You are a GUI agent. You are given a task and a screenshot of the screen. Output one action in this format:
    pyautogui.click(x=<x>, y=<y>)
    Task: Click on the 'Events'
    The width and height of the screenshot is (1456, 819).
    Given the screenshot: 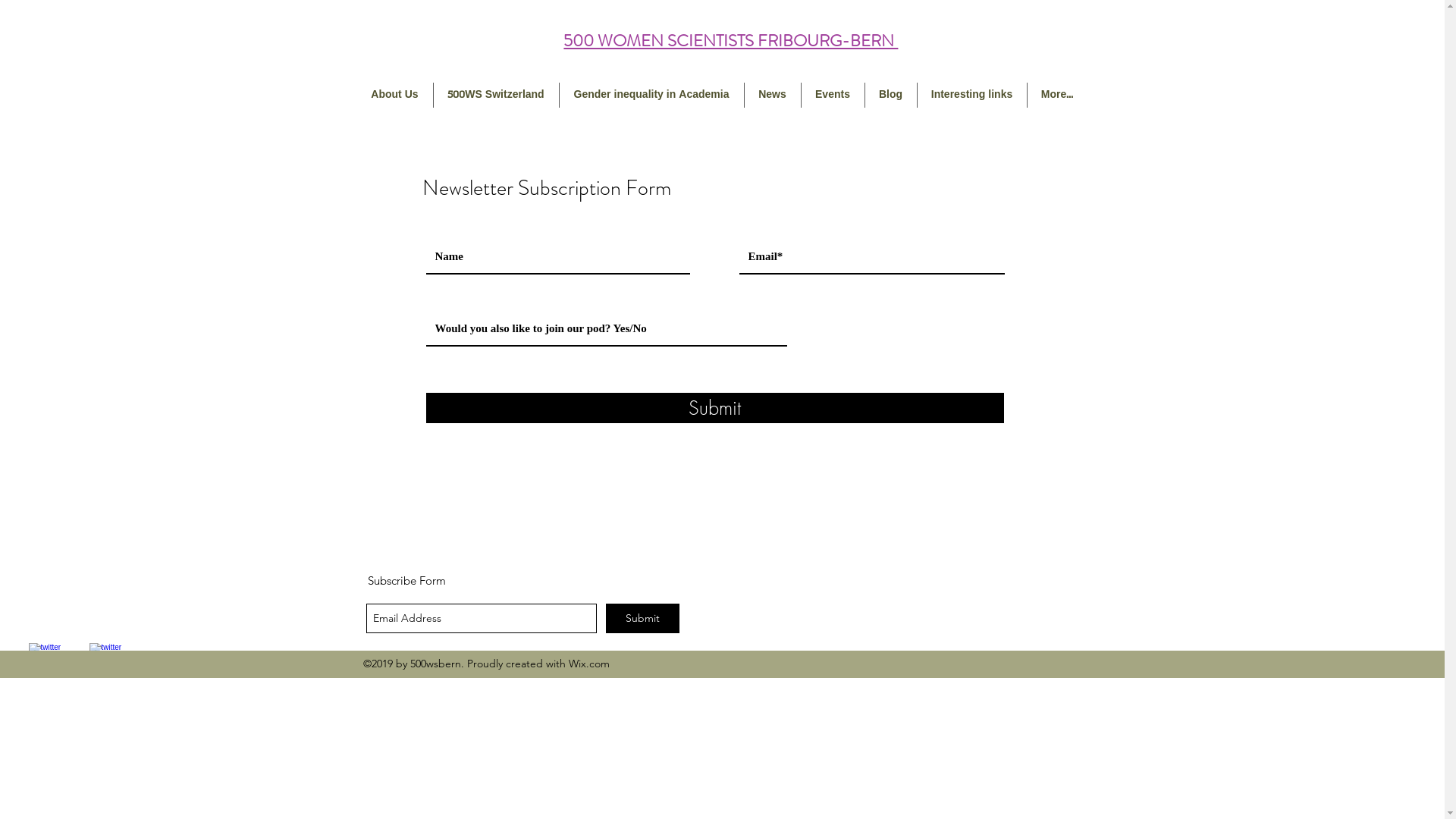 What is the action you would take?
    pyautogui.click(x=831, y=95)
    